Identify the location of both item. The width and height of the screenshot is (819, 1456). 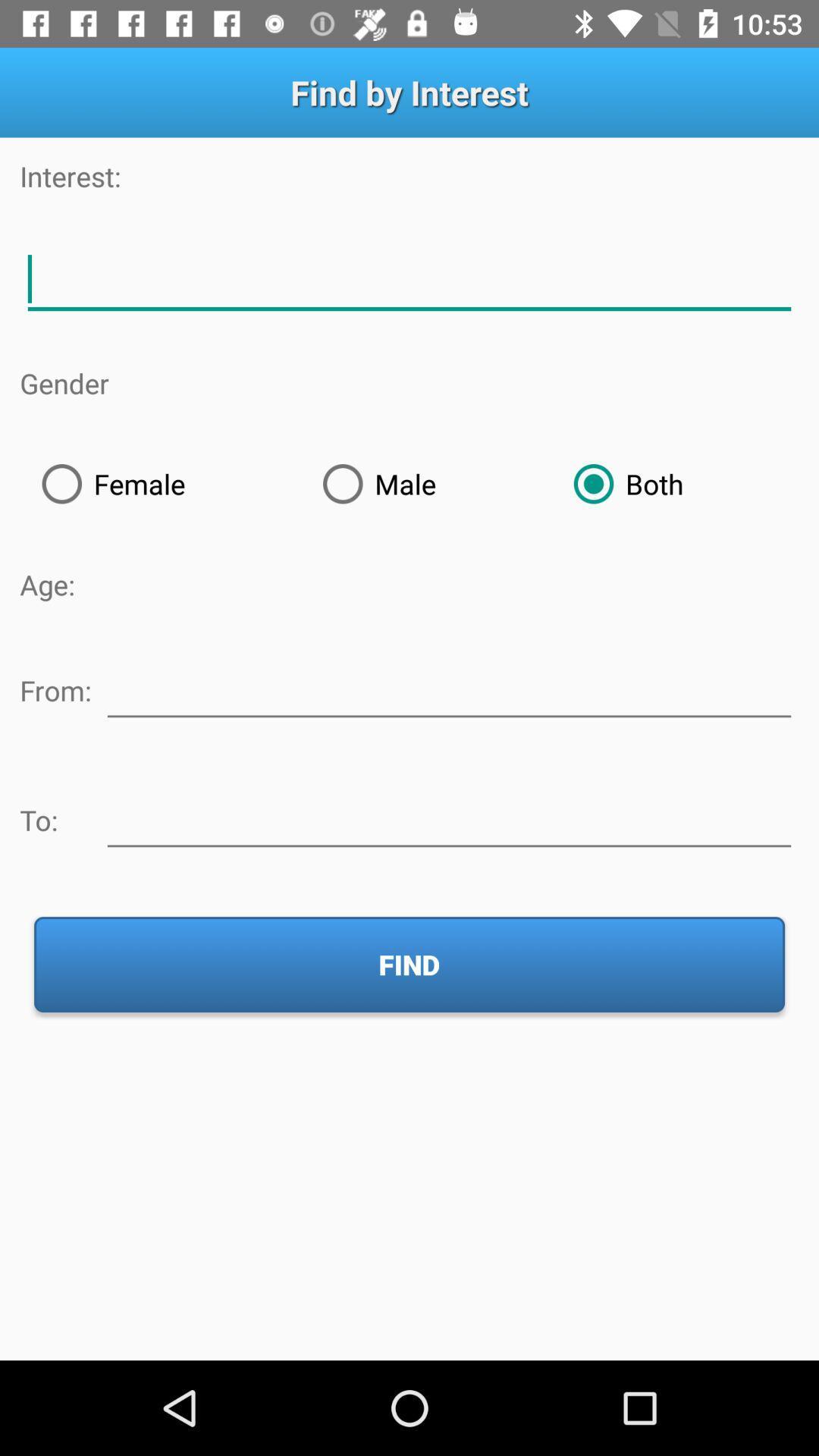
(674, 483).